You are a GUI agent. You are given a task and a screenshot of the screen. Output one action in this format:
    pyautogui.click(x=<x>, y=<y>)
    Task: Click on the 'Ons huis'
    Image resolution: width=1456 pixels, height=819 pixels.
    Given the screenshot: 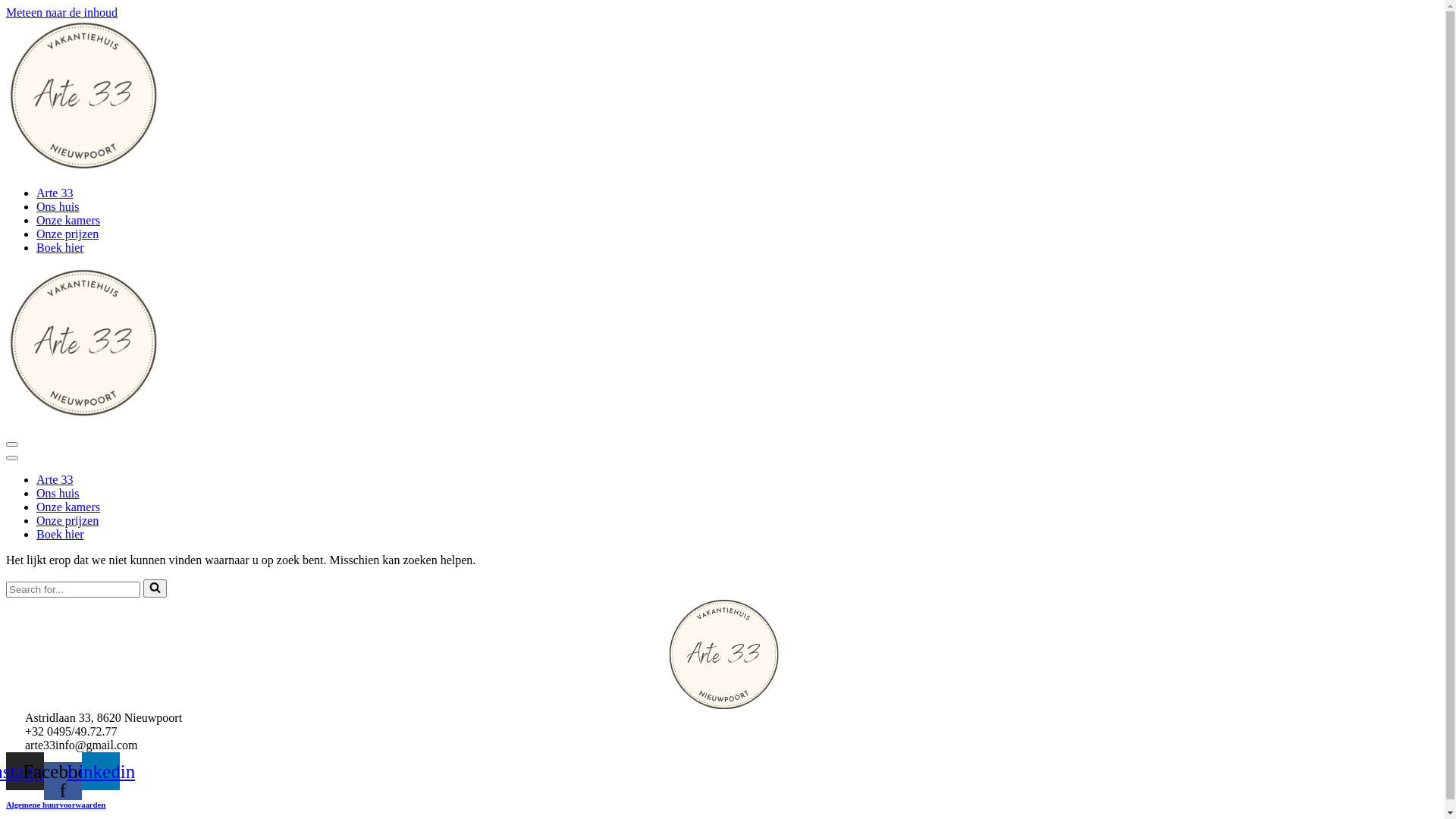 What is the action you would take?
    pyautogui.click(x=58, y=493)
    